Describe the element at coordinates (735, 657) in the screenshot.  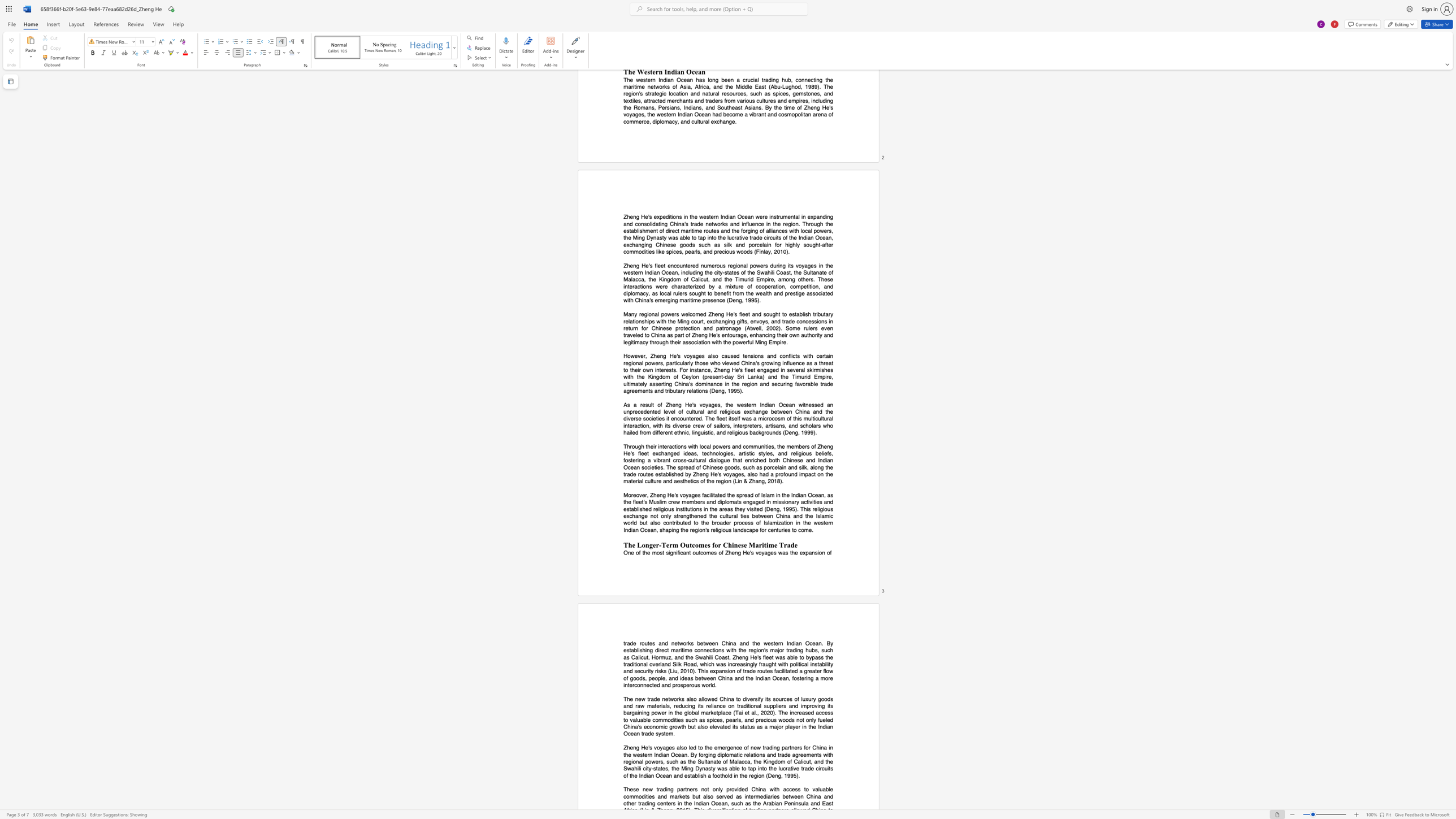
I see `the space between the continuous character "Z" and "h" in the text` at that location.